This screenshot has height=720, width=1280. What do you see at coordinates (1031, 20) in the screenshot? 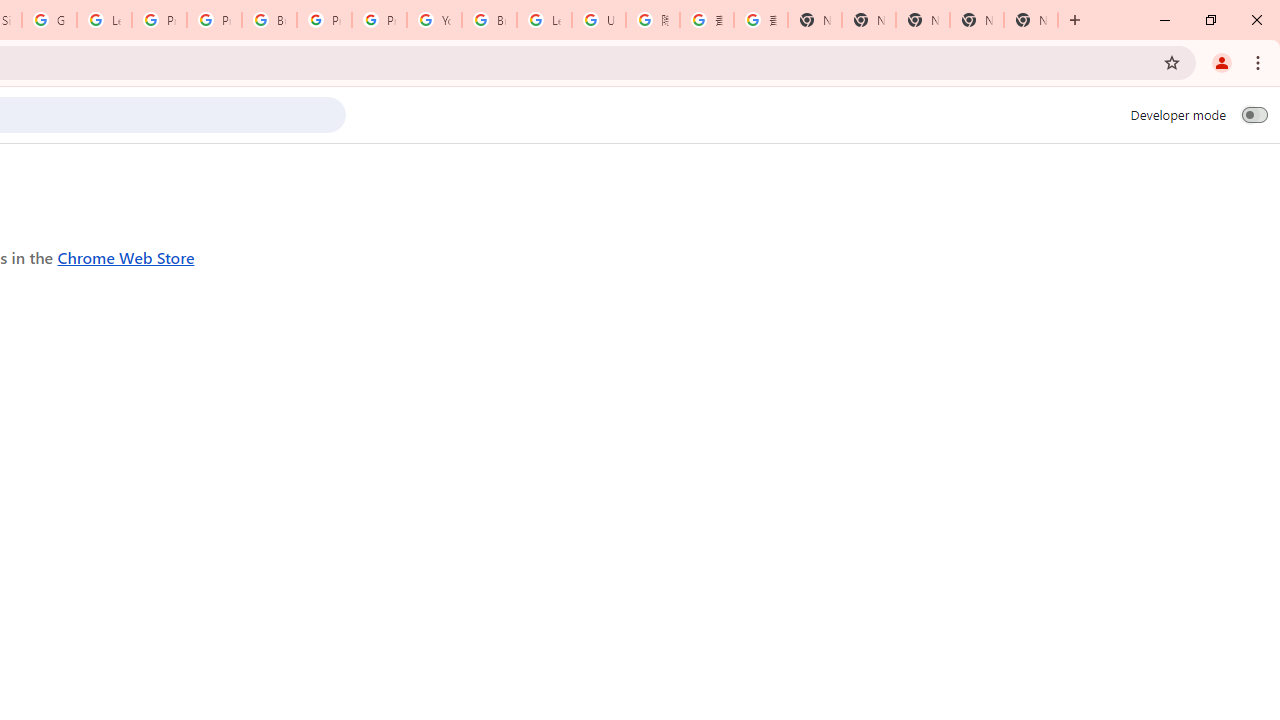
I see `'New Tab'` at bounding box center [1031, 20].